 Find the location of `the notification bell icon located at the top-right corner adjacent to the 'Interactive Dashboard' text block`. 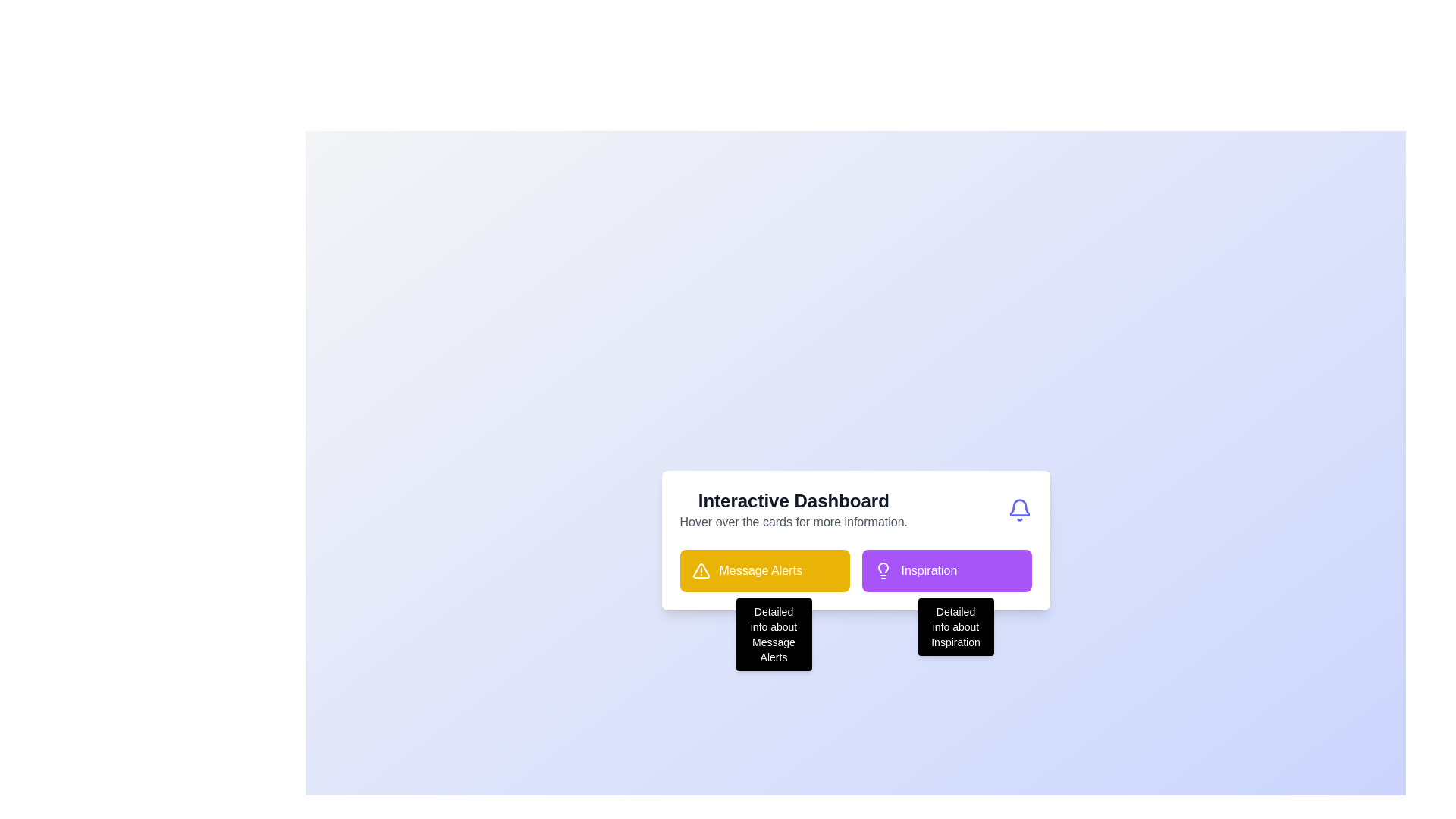

the notification bell icon located at the top-right corner adjacent to the 'Interactive Dashboard' text block is located at coordinates (1019, 510).